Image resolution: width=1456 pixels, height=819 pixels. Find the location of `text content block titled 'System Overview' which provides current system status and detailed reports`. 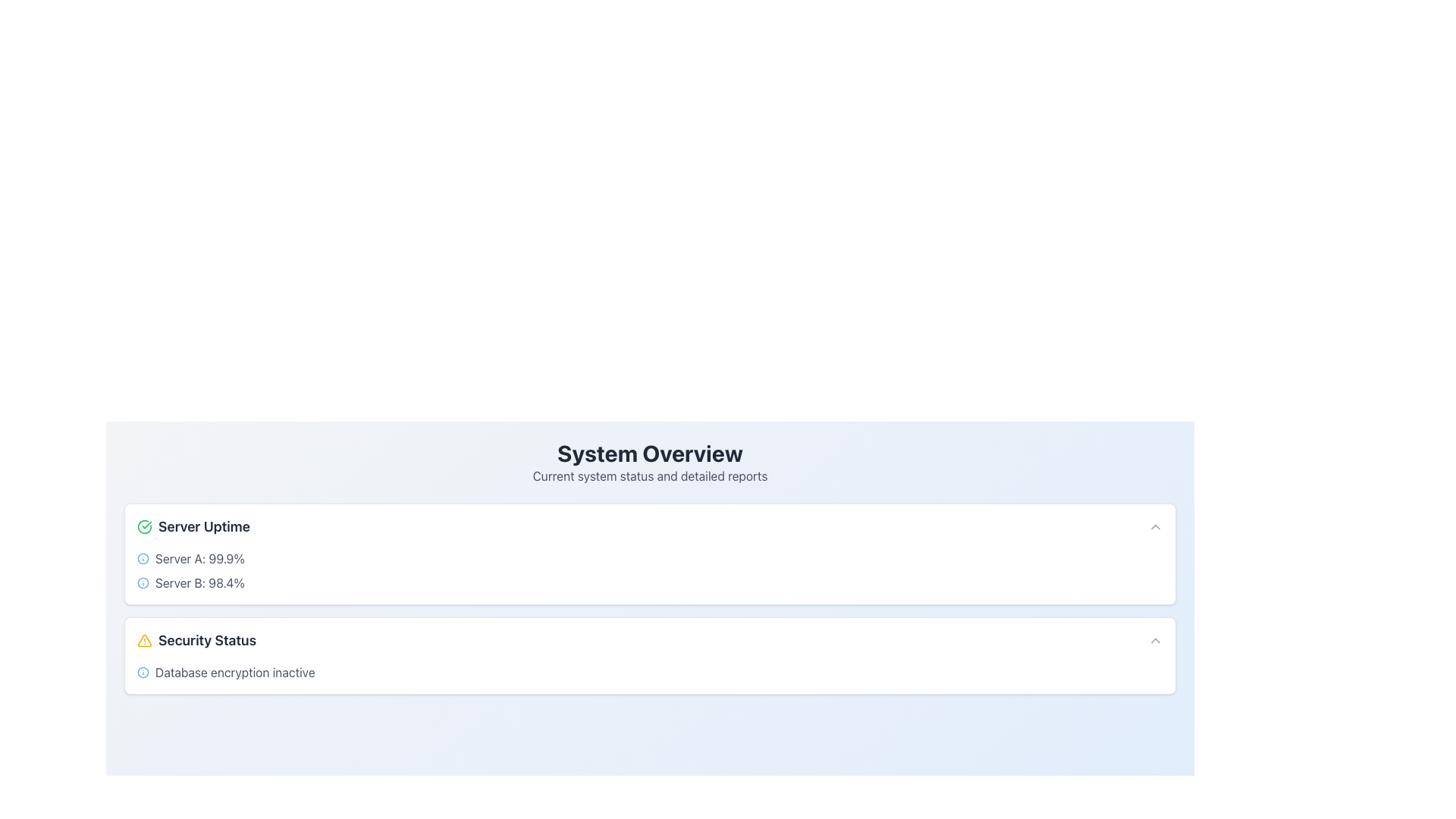

text content block titled 'System Overview' which provides current system status and detailed reports is located at coordinates (650, 461).